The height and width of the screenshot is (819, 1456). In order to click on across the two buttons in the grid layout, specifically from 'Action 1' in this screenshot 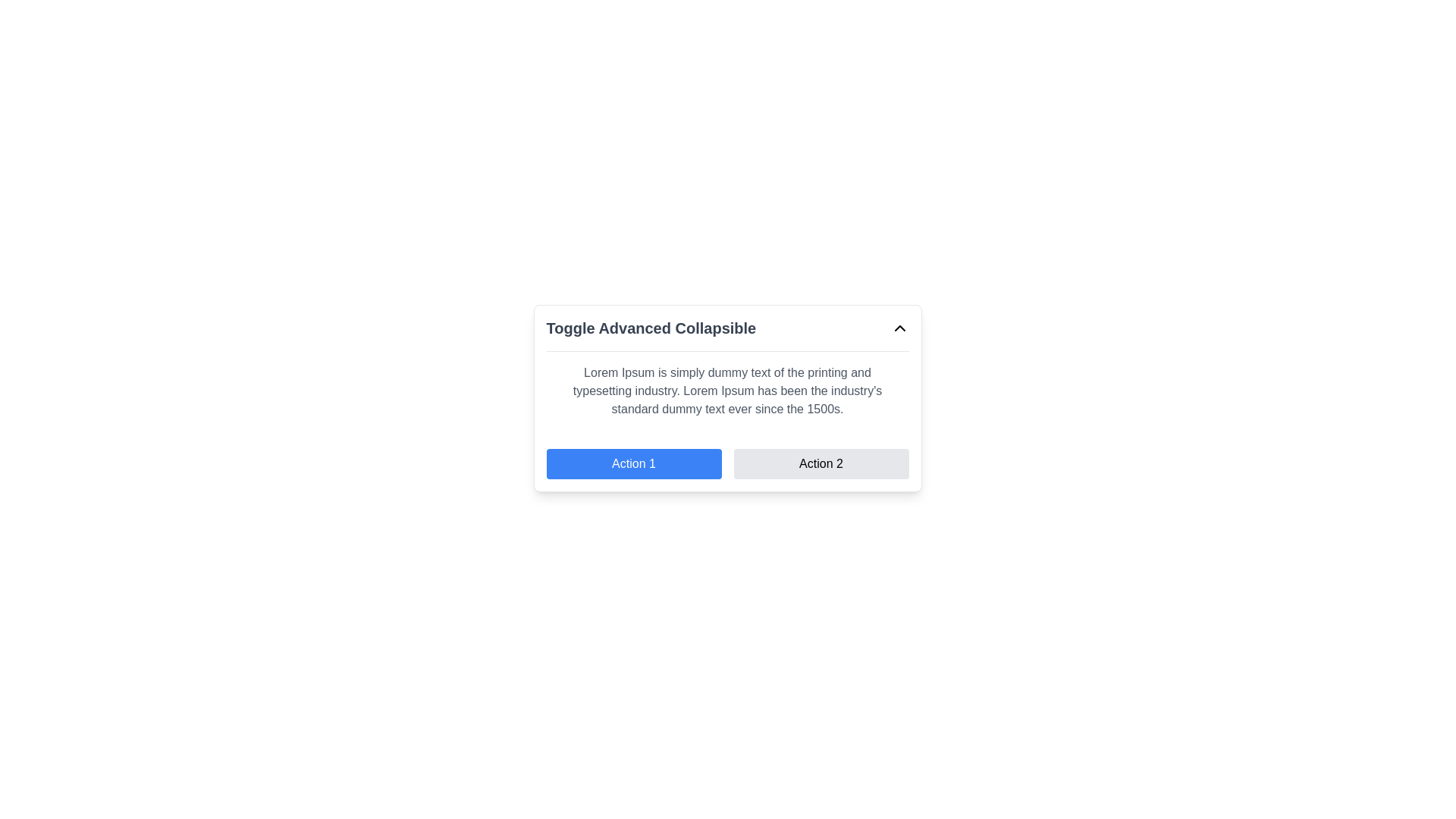, I will do `click(726, 463)`.